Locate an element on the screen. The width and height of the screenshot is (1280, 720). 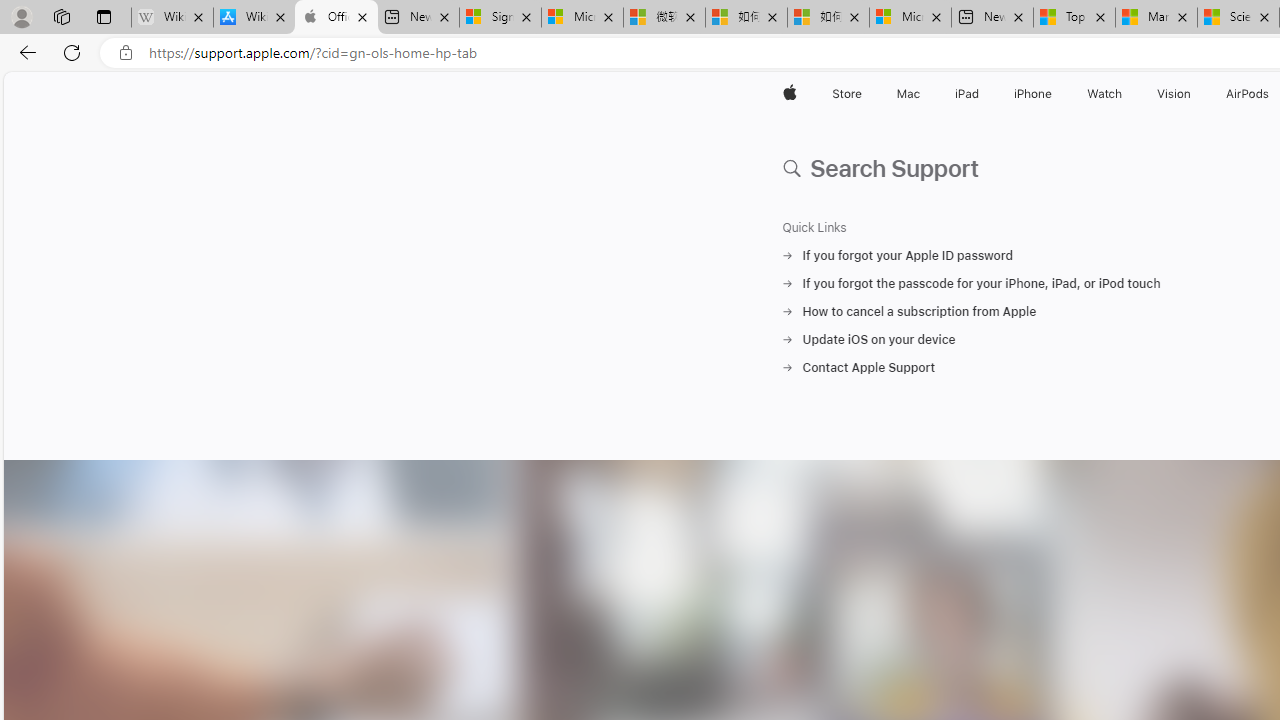
'Store' is located at coordinates (846, 93).